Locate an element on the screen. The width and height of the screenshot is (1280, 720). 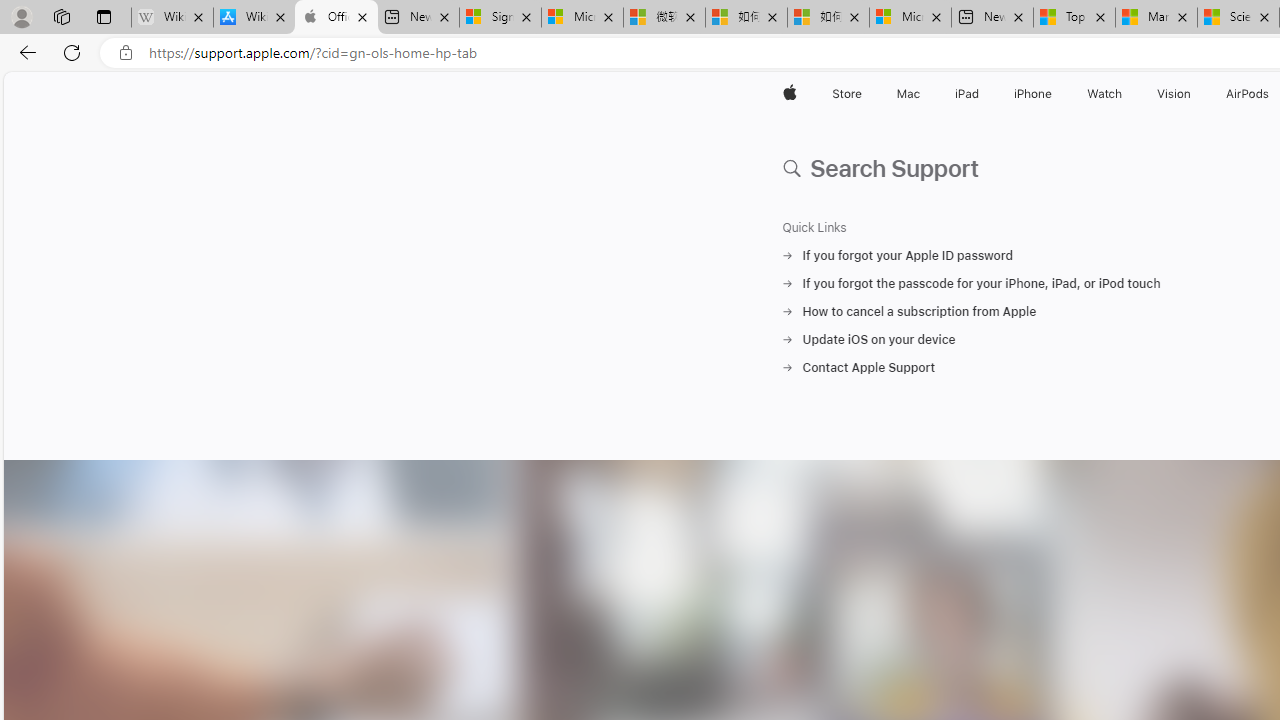
'Store' is located at coordinates (846, 93).